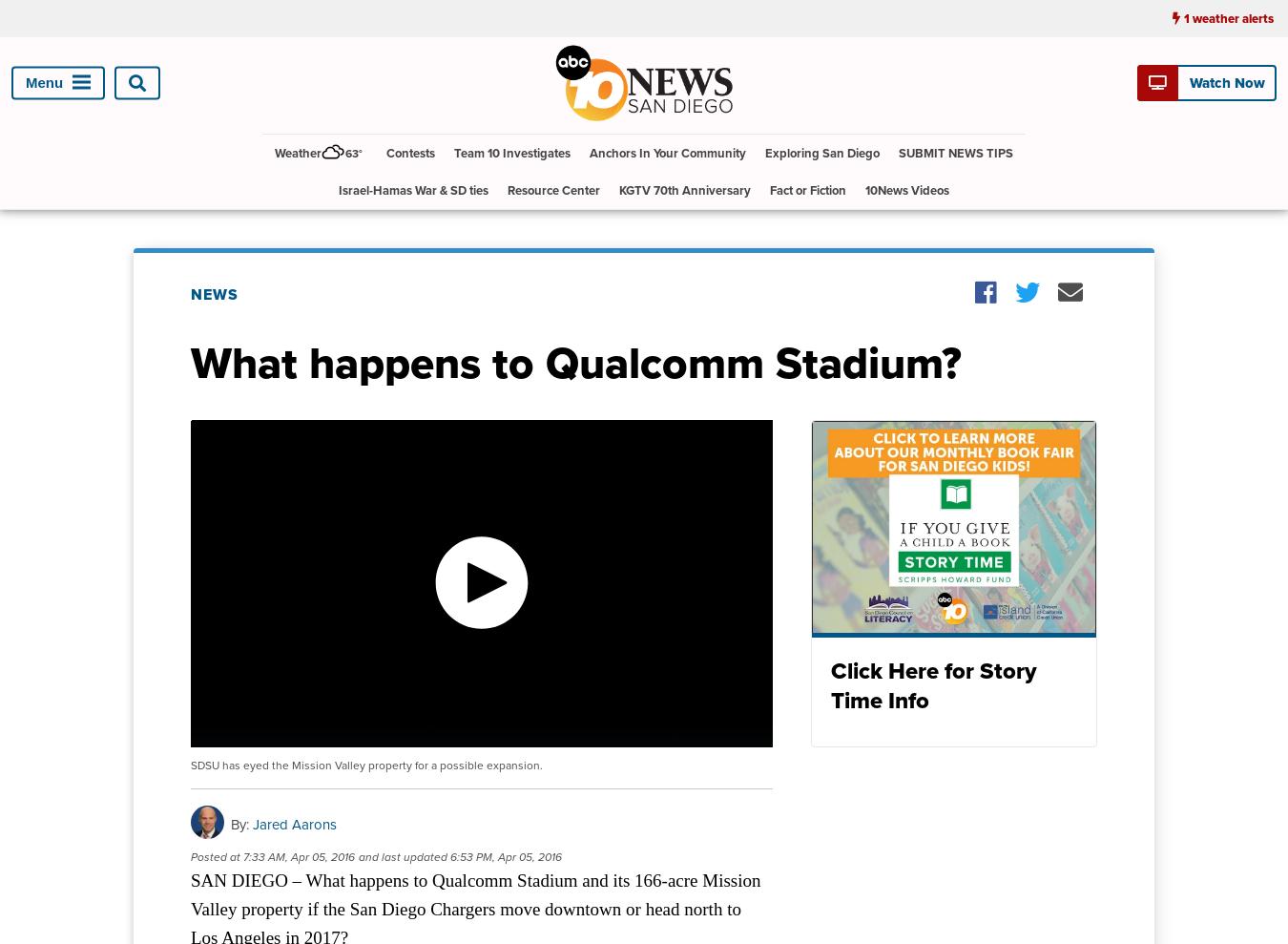 The height and width of the screenshot is (944, 1288). Describe the element at coordinates (215, 293) in the screenshot. I see `'News'` at that location.